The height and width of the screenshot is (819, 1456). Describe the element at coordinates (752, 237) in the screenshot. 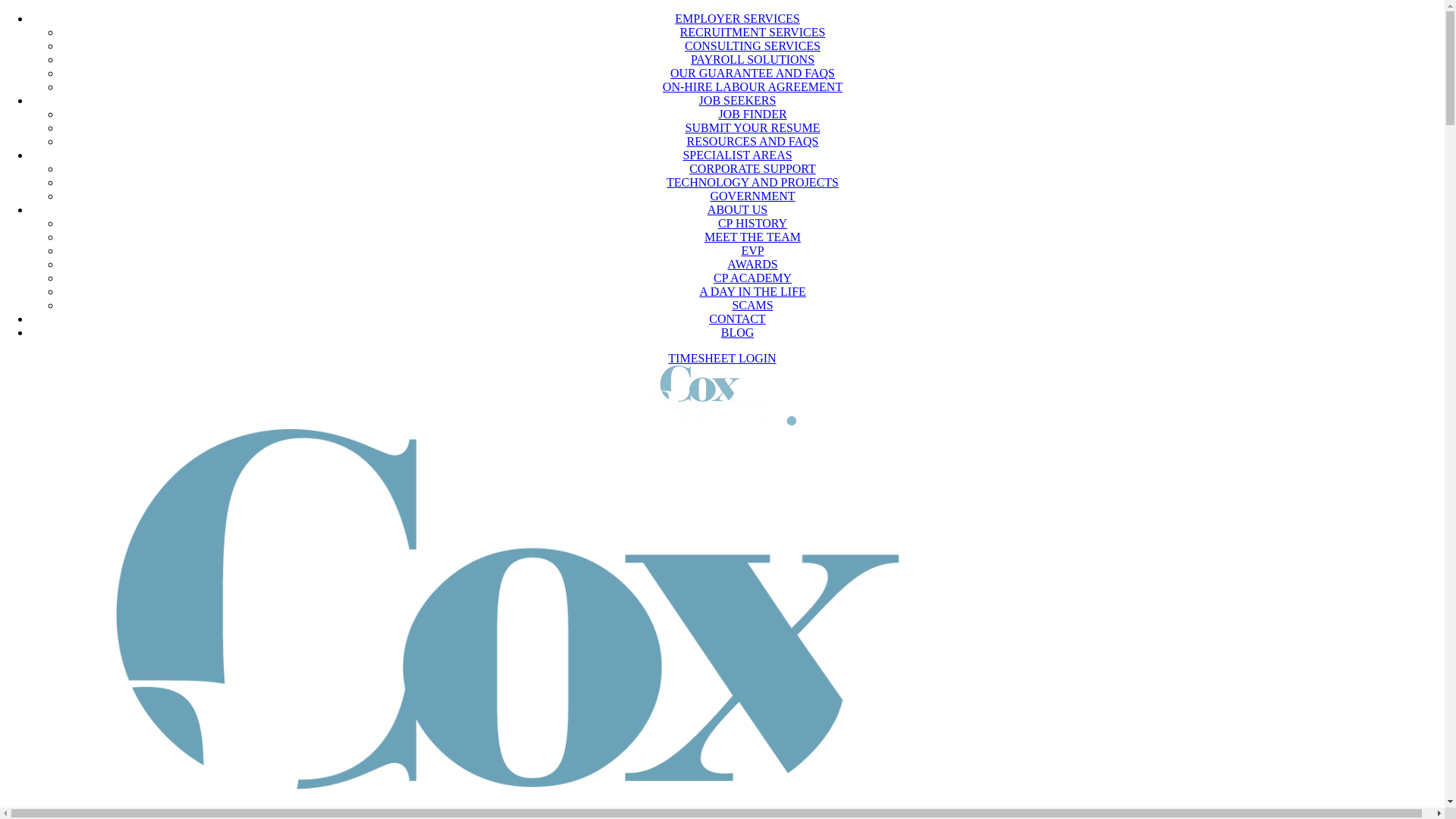

I see `'MEET THE TEAM'` at that location.